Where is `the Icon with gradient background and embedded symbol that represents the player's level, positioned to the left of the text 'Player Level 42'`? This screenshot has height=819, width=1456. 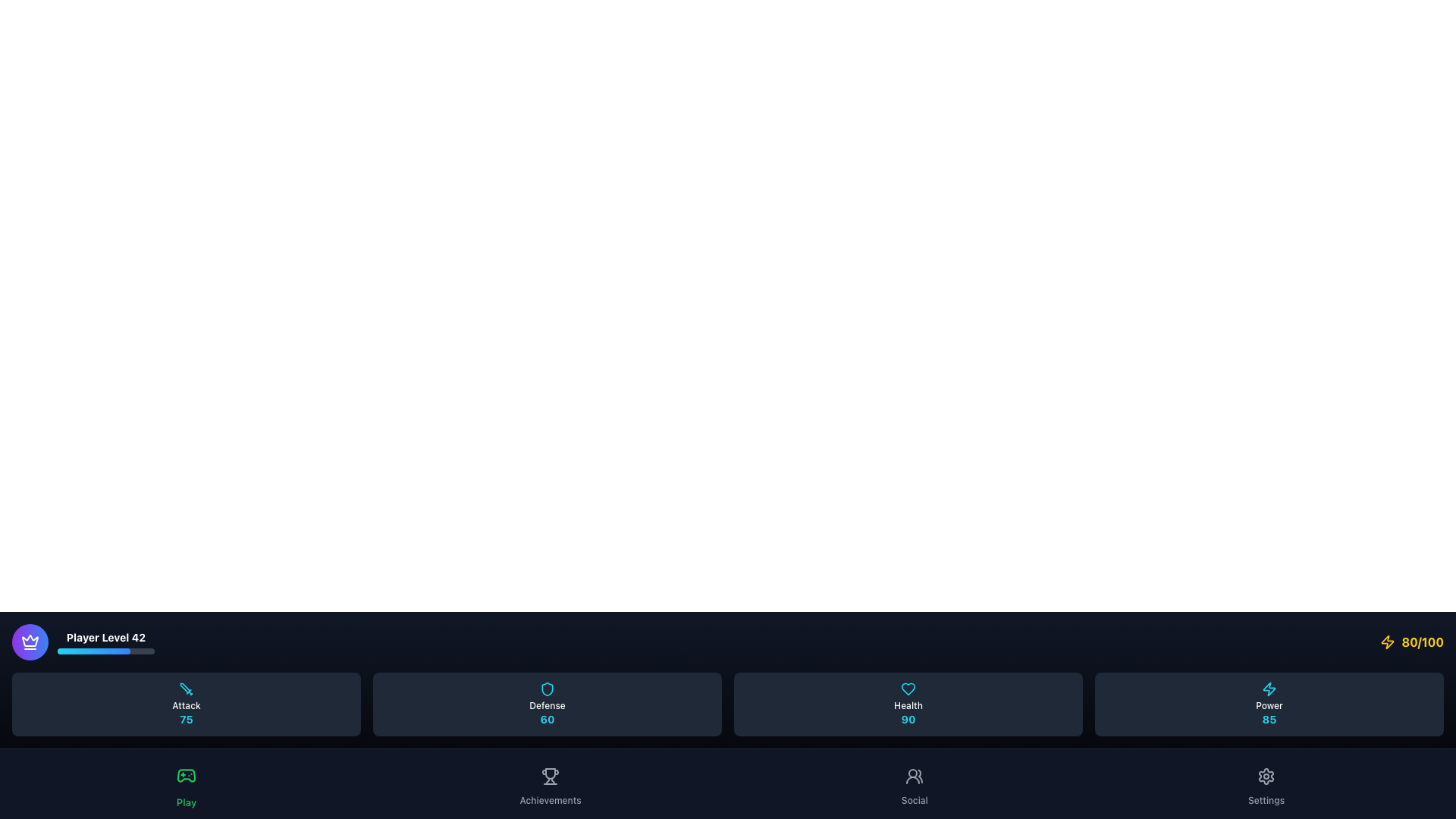 the Icon with gradient background and embedded symbol that represents the player's level, positioned to the left of the text 'Player Level 42' is located at coordinates (30, 642).